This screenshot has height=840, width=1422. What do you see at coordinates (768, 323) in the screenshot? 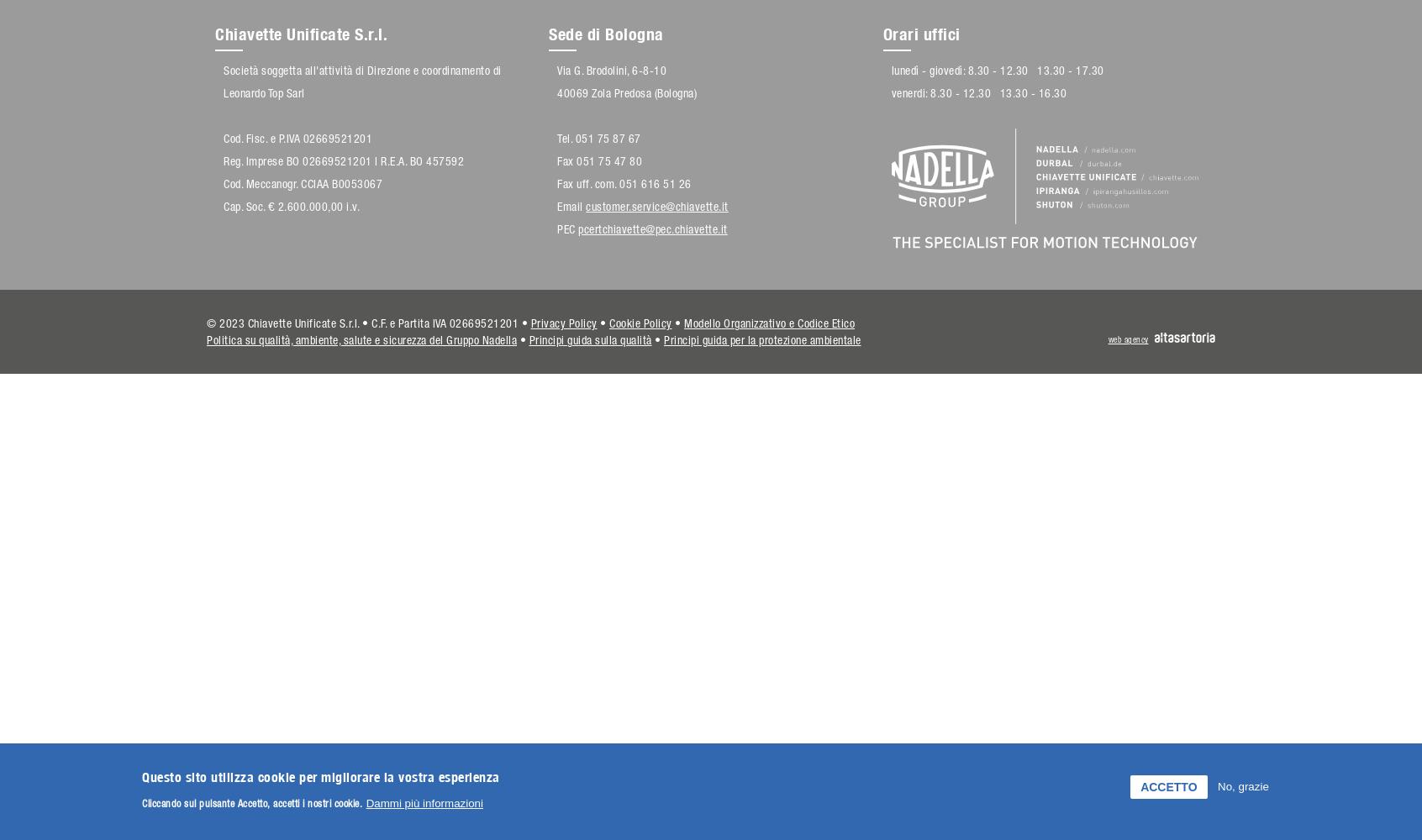
I see `'Modello Organizzativo e Codice Etico'` at bounding box center [768, 323].